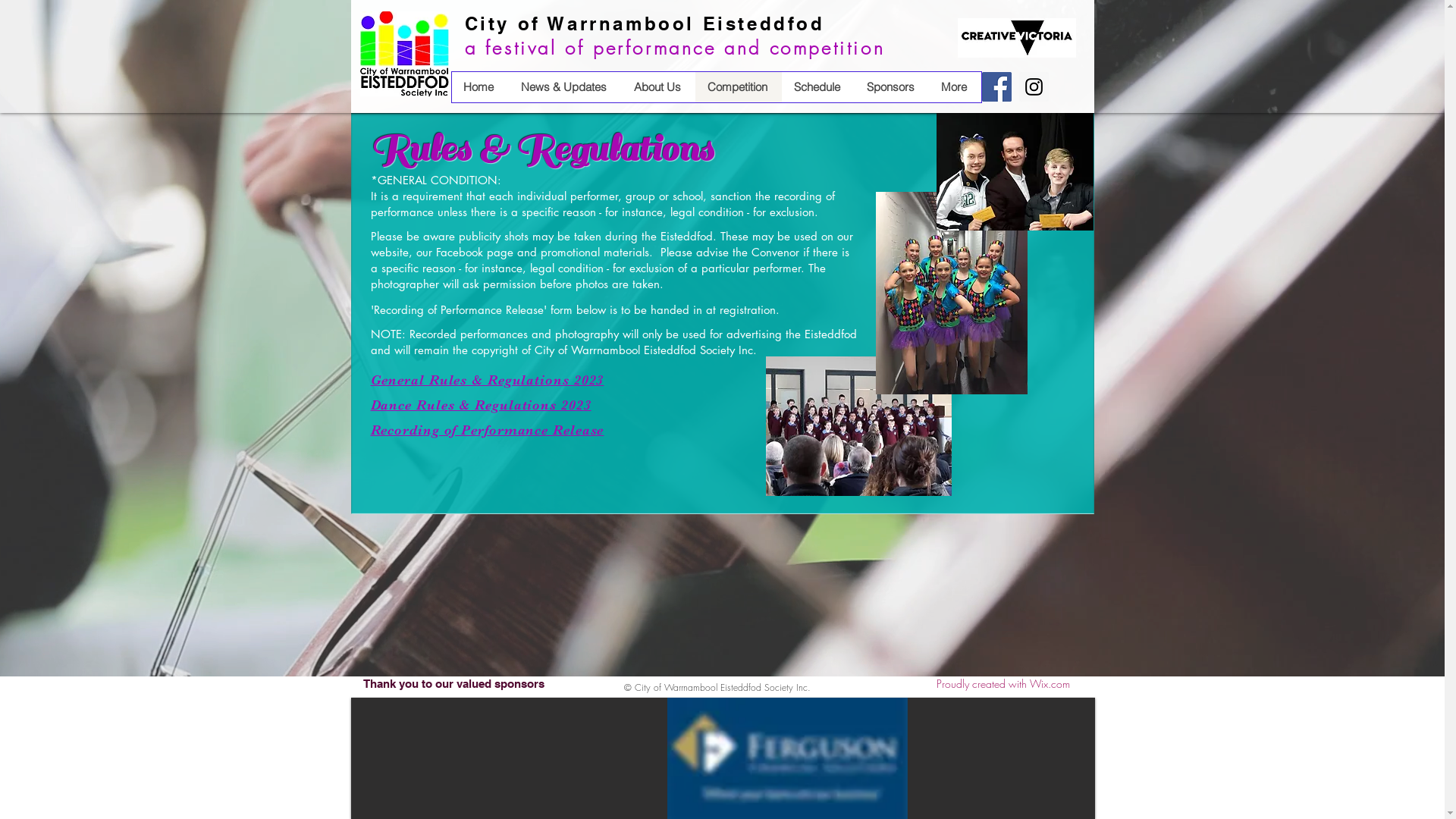  I want to click on 'Home', so click(479, 87).